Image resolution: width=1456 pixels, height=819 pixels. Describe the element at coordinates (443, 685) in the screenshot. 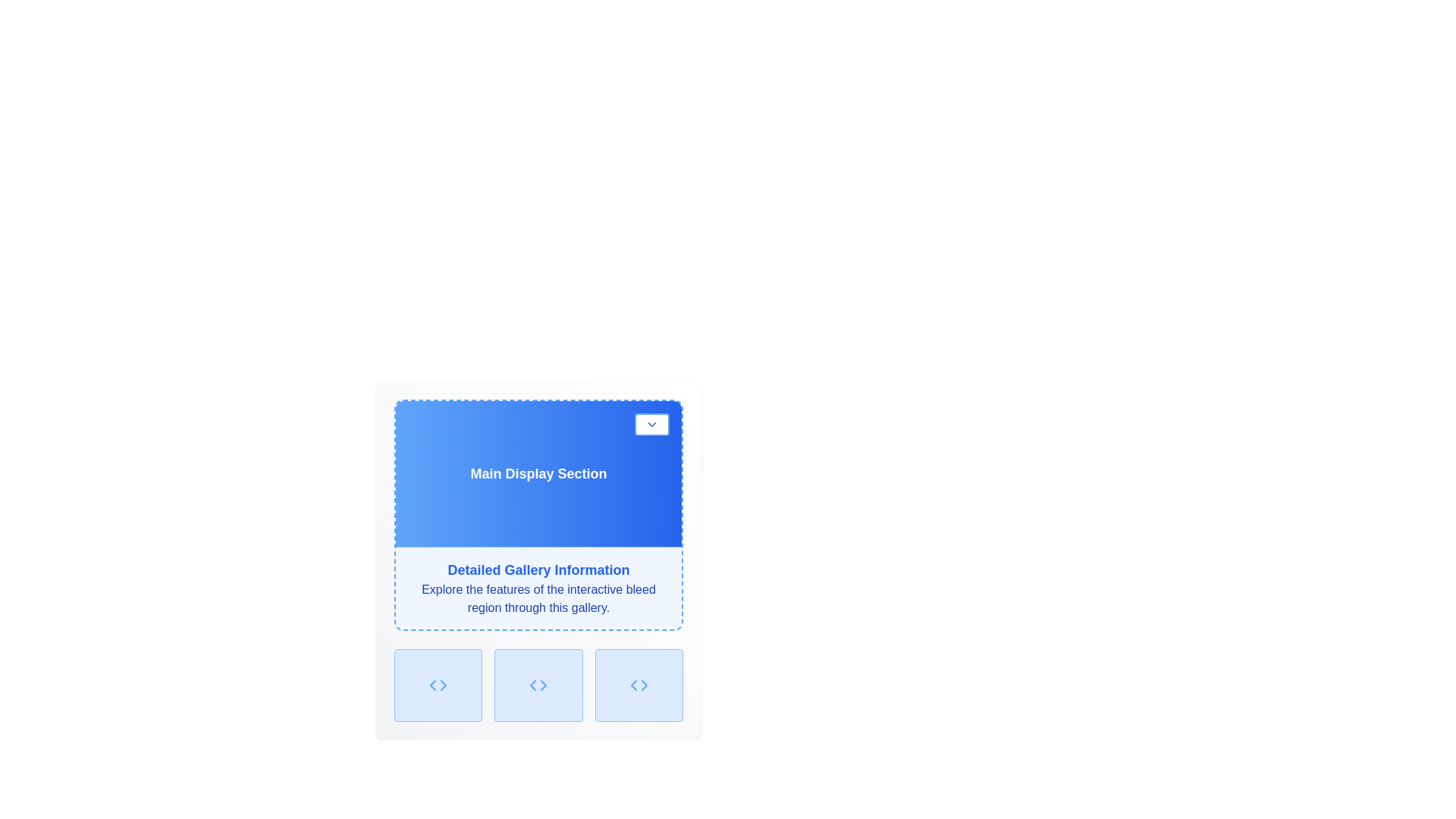

I see `the rightward triangular icon within the chevron-shaped icon located at the bottom left beneath the 'Detailed Gallery Information' section to facilitate navigation` at that location.